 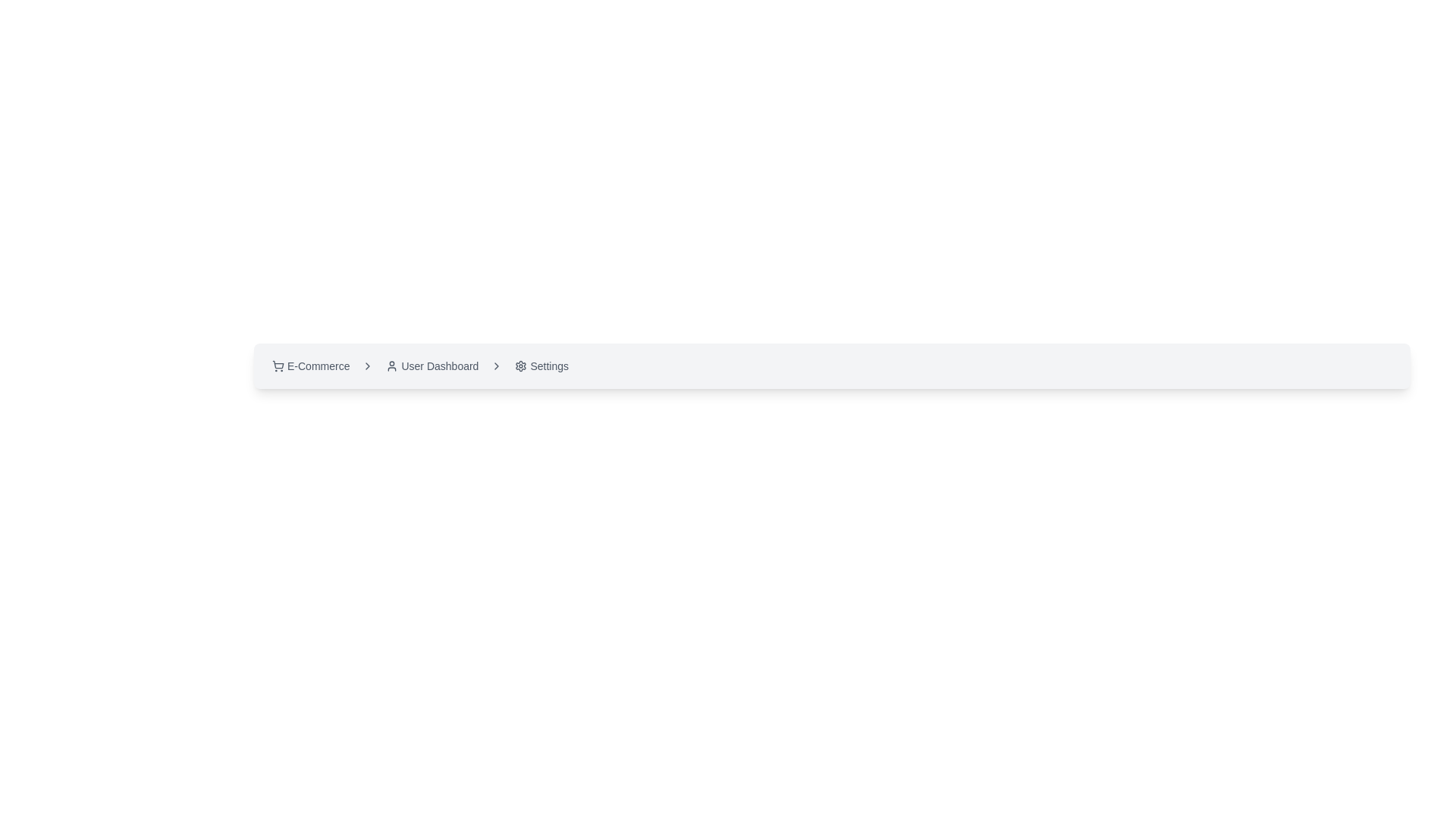 What do you see at coordinates (368, 366) in the screenshot?
I see `the first chevron arrow in the breadcrumb navigation bar, which separates the 'E-Commerce' label from the 'User Dashboard' label` at bounding box center [368, 366].